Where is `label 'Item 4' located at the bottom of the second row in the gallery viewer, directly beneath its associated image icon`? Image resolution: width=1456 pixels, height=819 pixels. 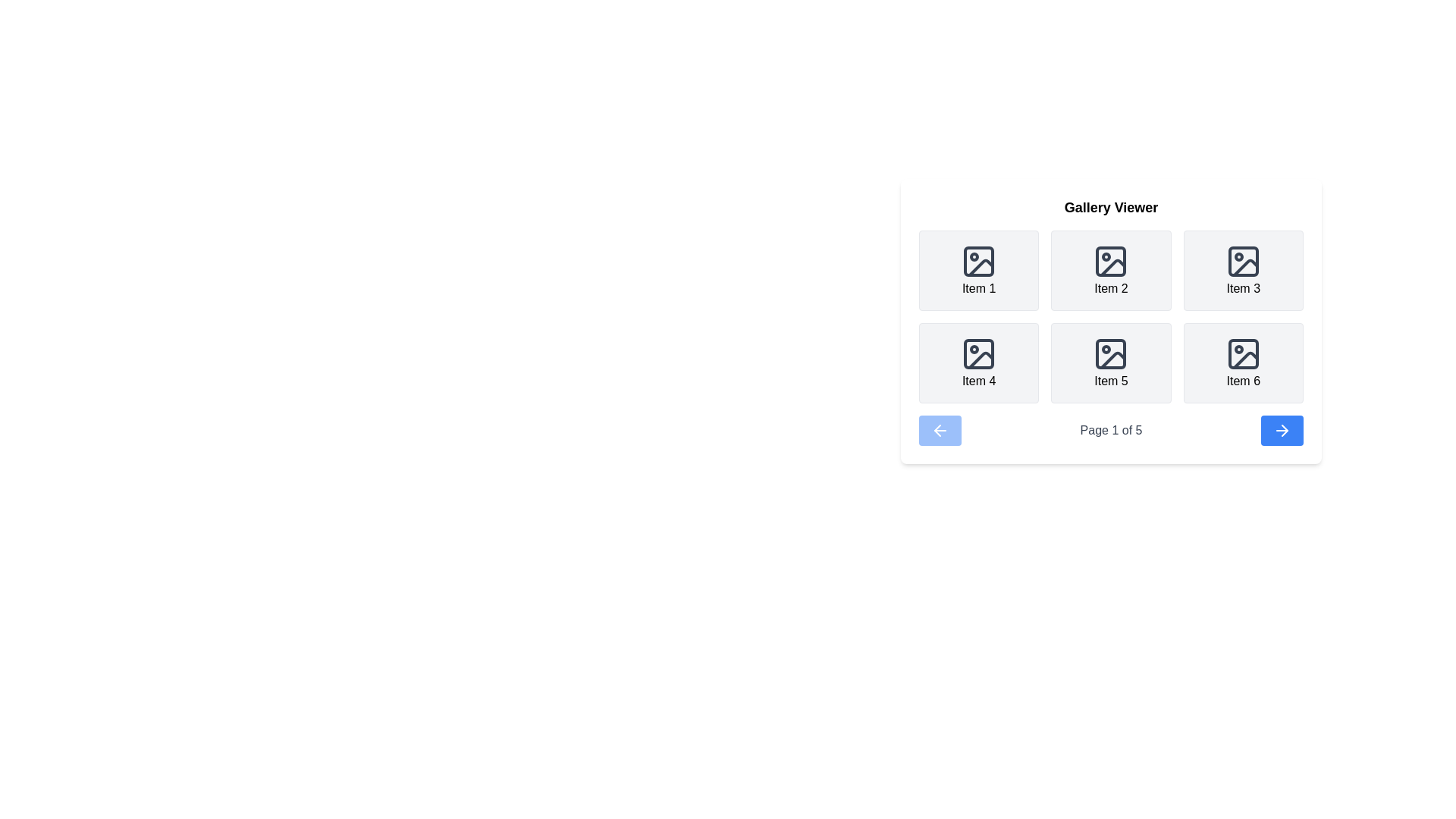 label 'Item 4' located at the bottom of the second row in the gallery viewer, directly beneath its associated image icon is located at coordinates (979, 380).